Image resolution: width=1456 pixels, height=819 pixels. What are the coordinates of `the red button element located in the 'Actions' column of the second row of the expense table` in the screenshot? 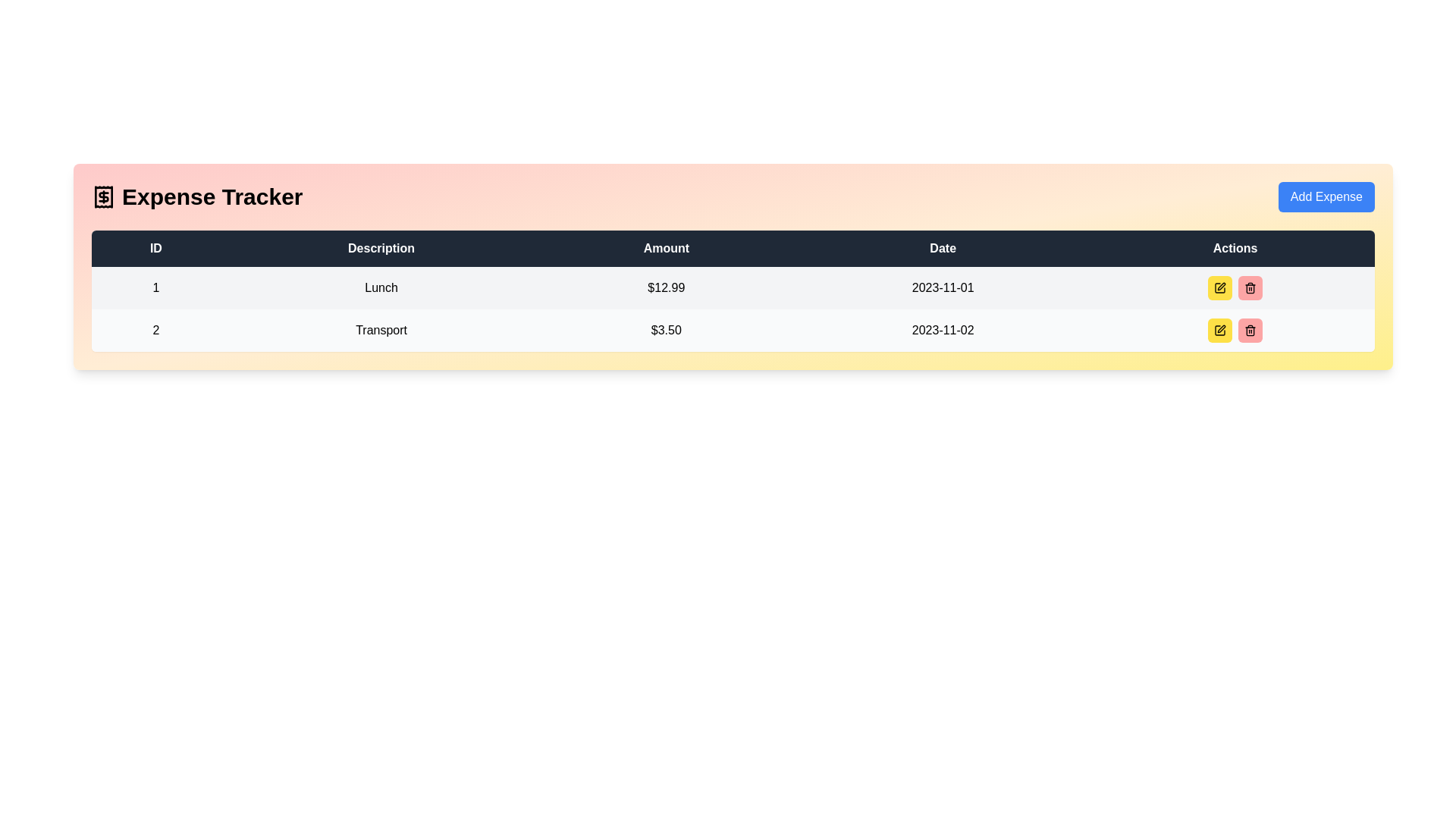 It's located at (1250, 289).